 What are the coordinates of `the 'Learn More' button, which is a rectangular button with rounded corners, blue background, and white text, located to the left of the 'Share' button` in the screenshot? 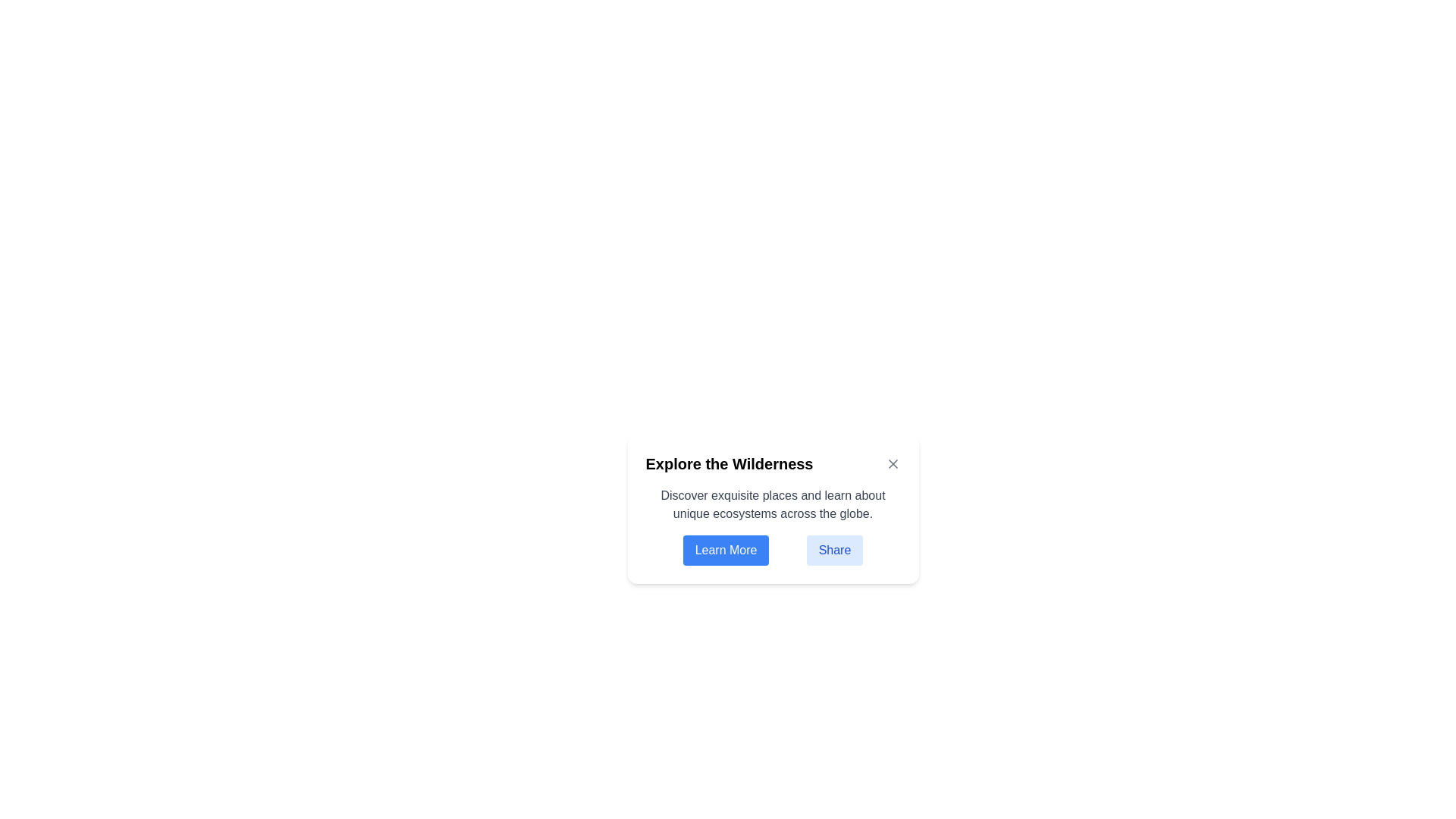 It's located at (725, 550).